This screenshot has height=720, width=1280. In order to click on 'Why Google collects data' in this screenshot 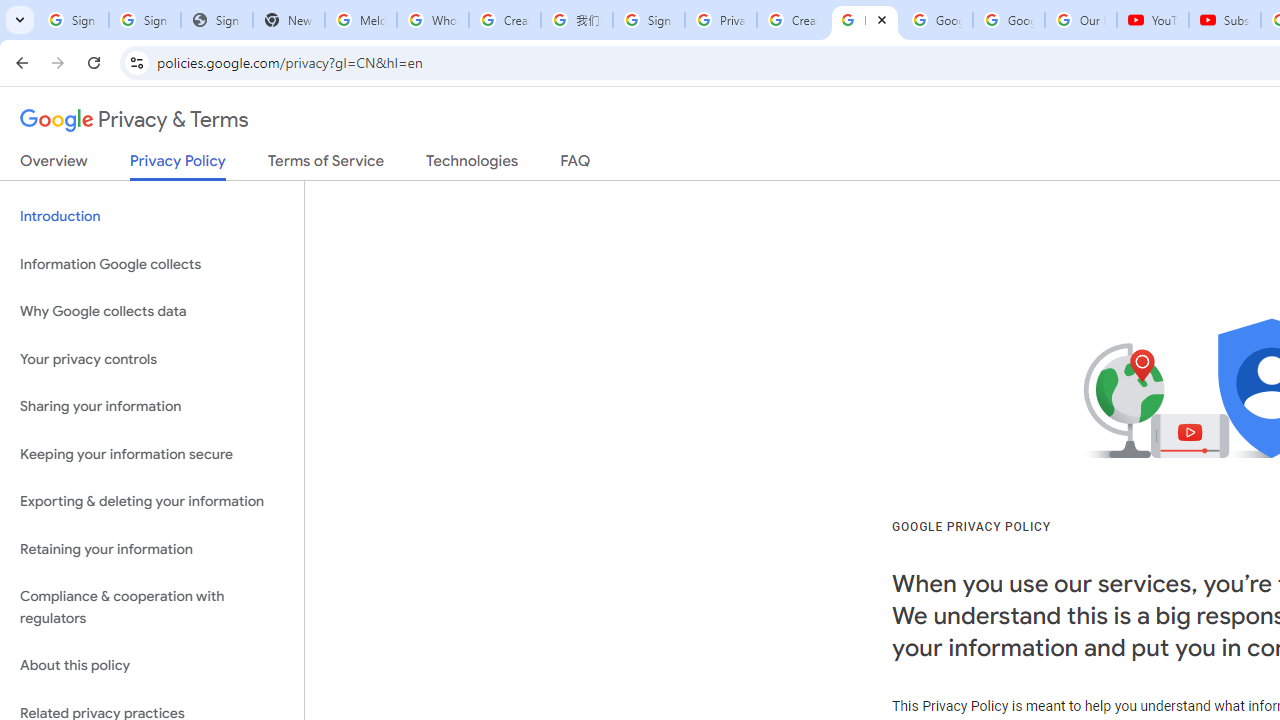, I will do `click(151, 312)`.